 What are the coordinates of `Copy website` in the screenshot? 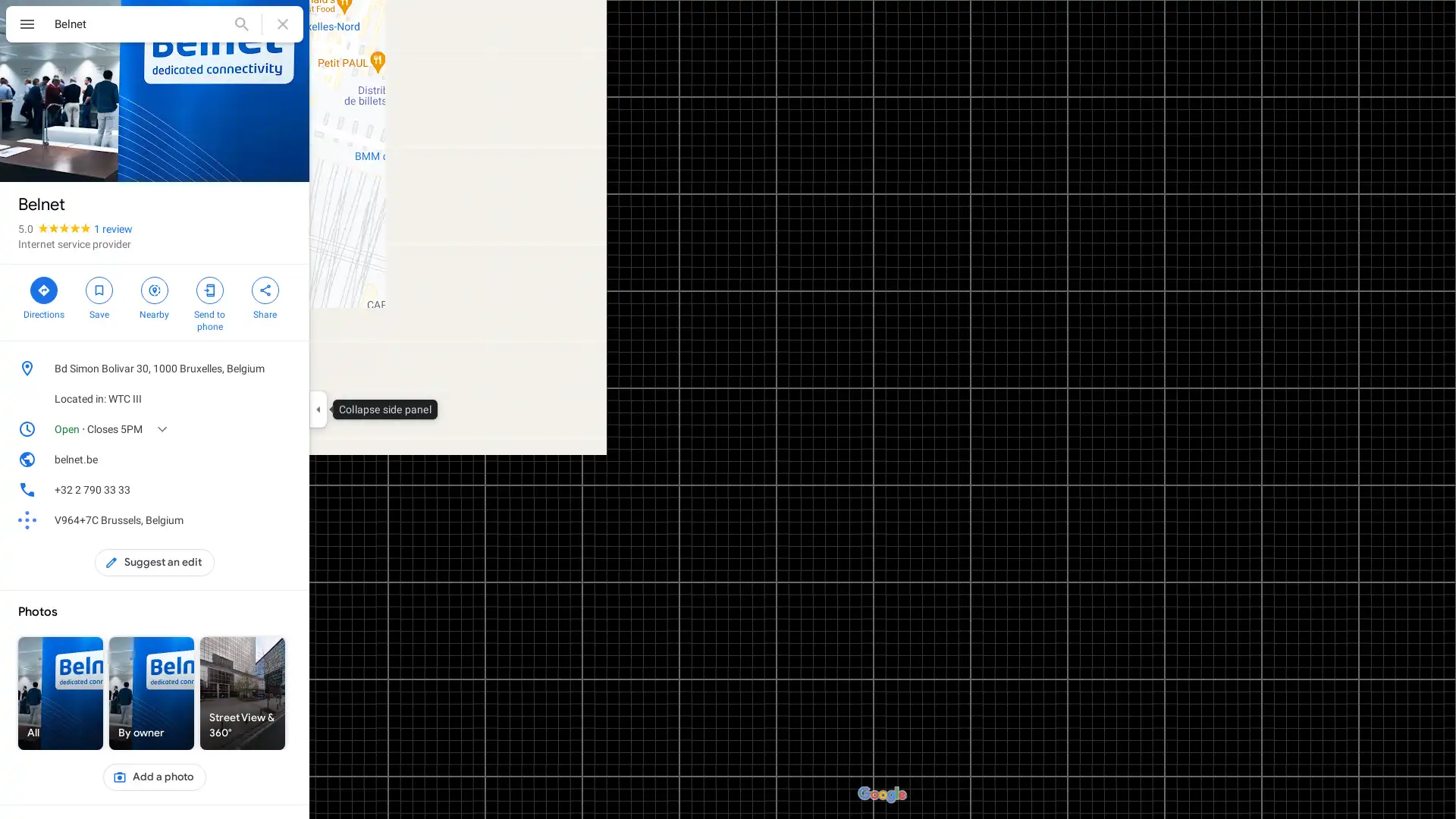 It's located at (284, 458).